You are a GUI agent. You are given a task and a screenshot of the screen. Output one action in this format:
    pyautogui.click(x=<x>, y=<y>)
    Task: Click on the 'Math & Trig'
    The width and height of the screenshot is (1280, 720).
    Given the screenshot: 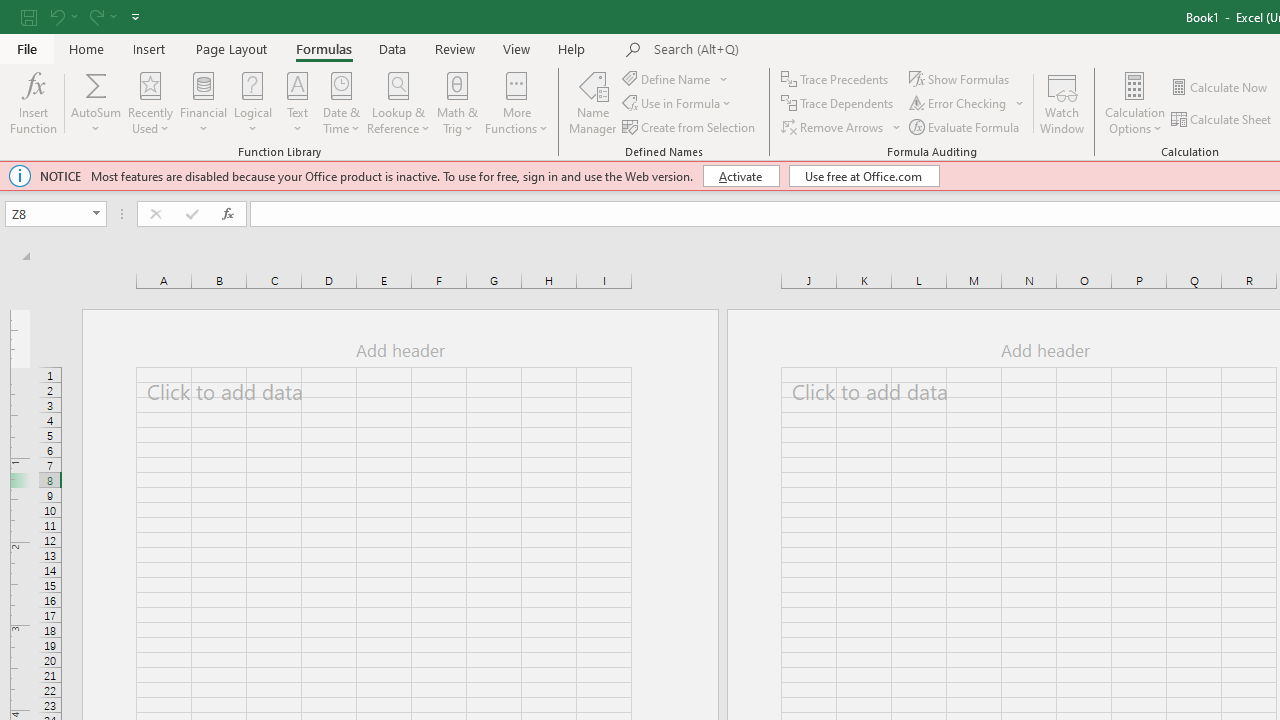 What is the action you would take?
    pyautogui.click(x=457, y=103)
    